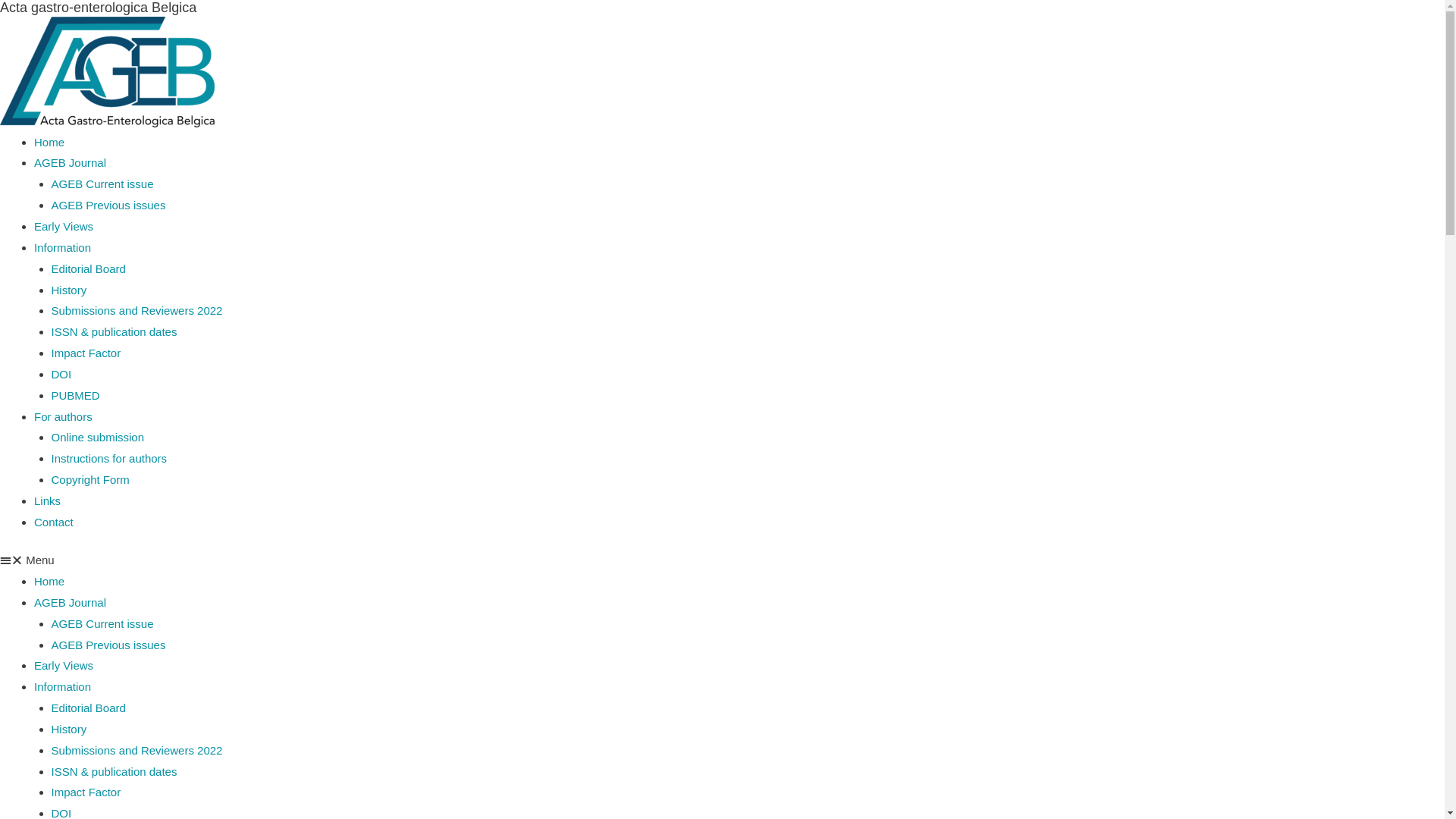  I want to click on 'Early Views', so click(33, 226).